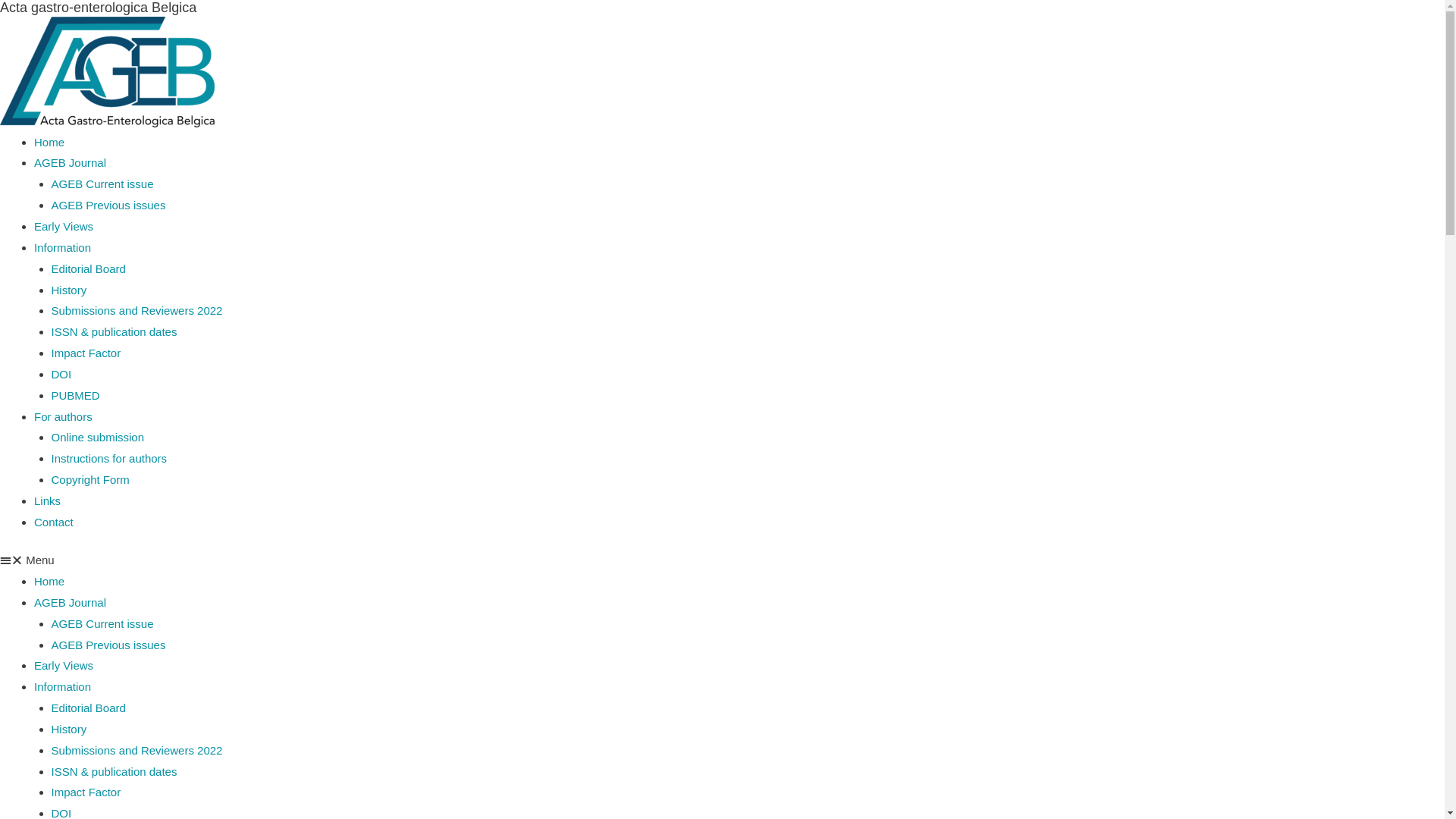  I want to click on 'Early Views', so click(33, 226).